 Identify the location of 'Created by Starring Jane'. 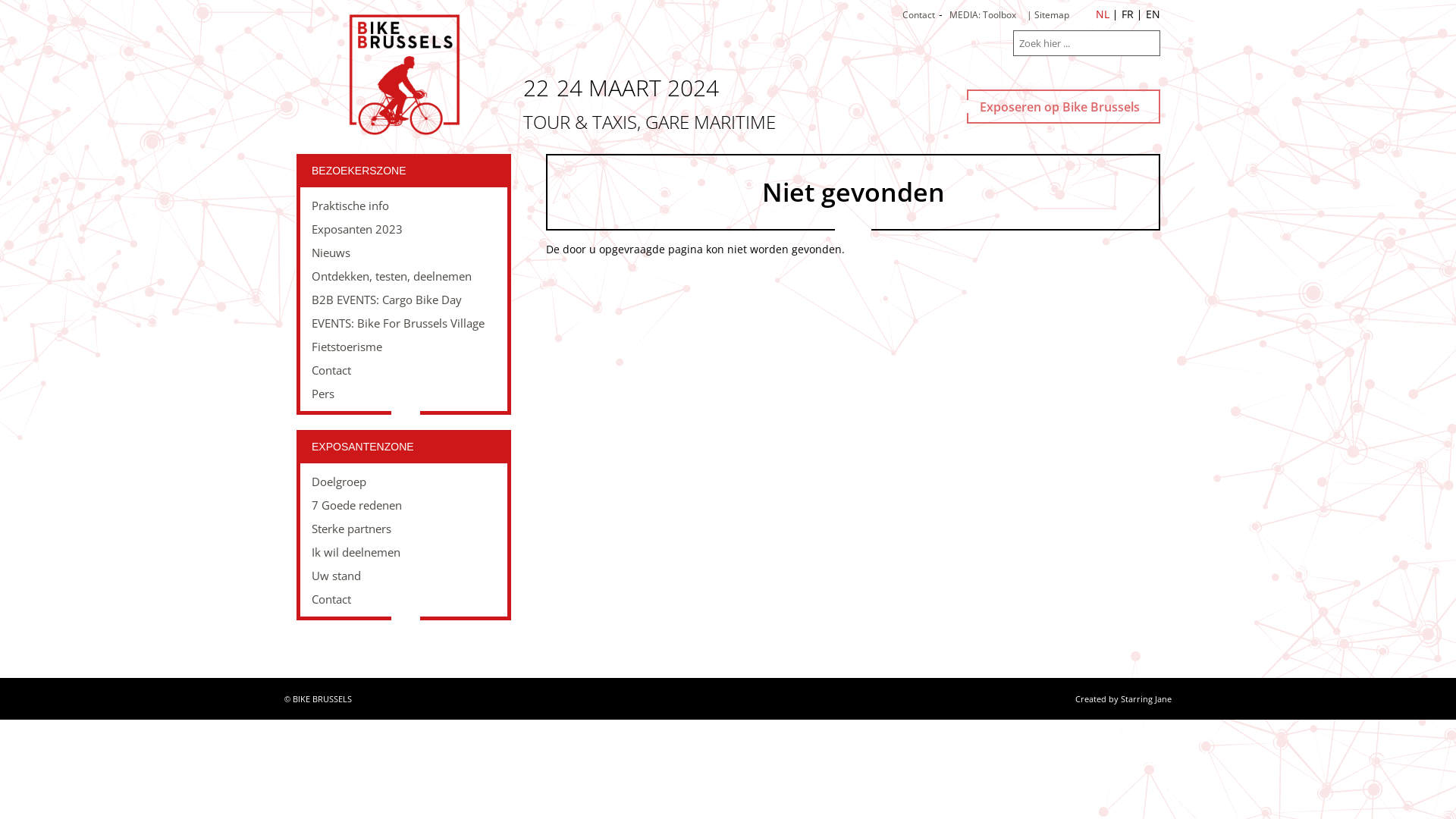
(1123, 698).